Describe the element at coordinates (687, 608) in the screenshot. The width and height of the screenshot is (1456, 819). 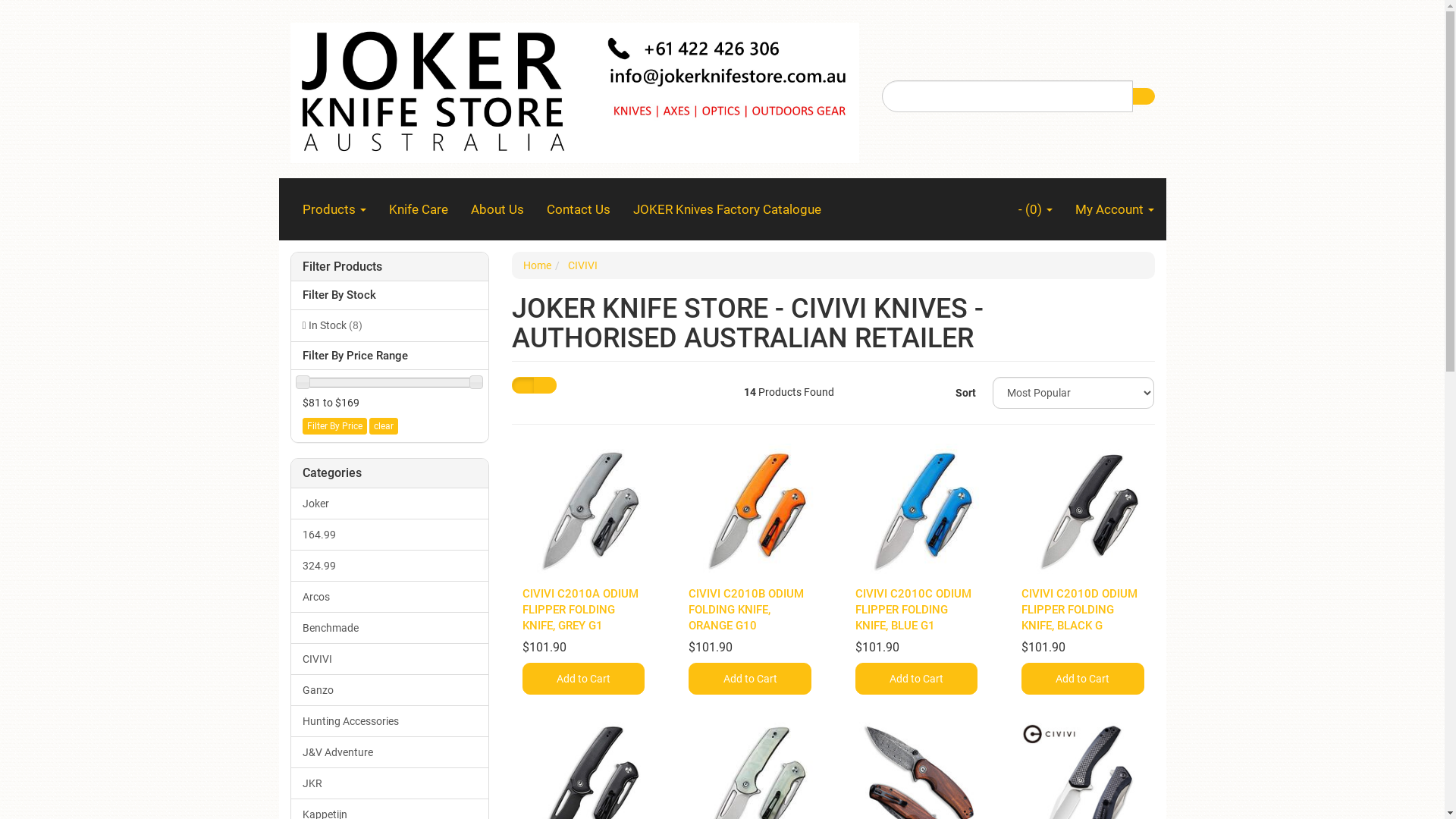
I see `'CIVIVI C2010B ODIUM FOLDING KNIFE, ORANGE G10'` at that location.